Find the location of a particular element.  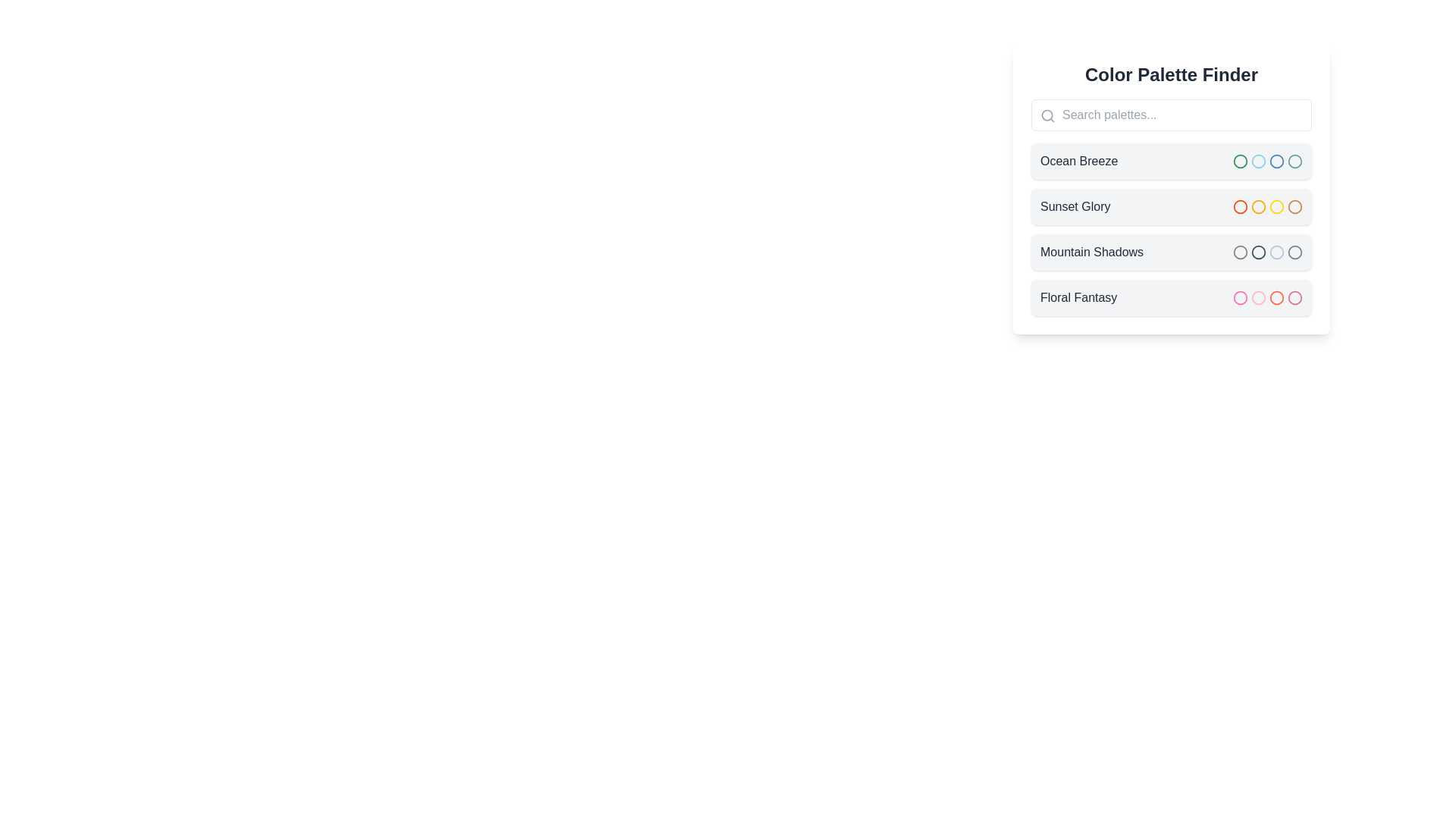

the circular lens of the magnifying glass icon located to the left of the 'Search palettes...' input box in the 'Color Palette Finder' section is located at coordinates (1046, 115).